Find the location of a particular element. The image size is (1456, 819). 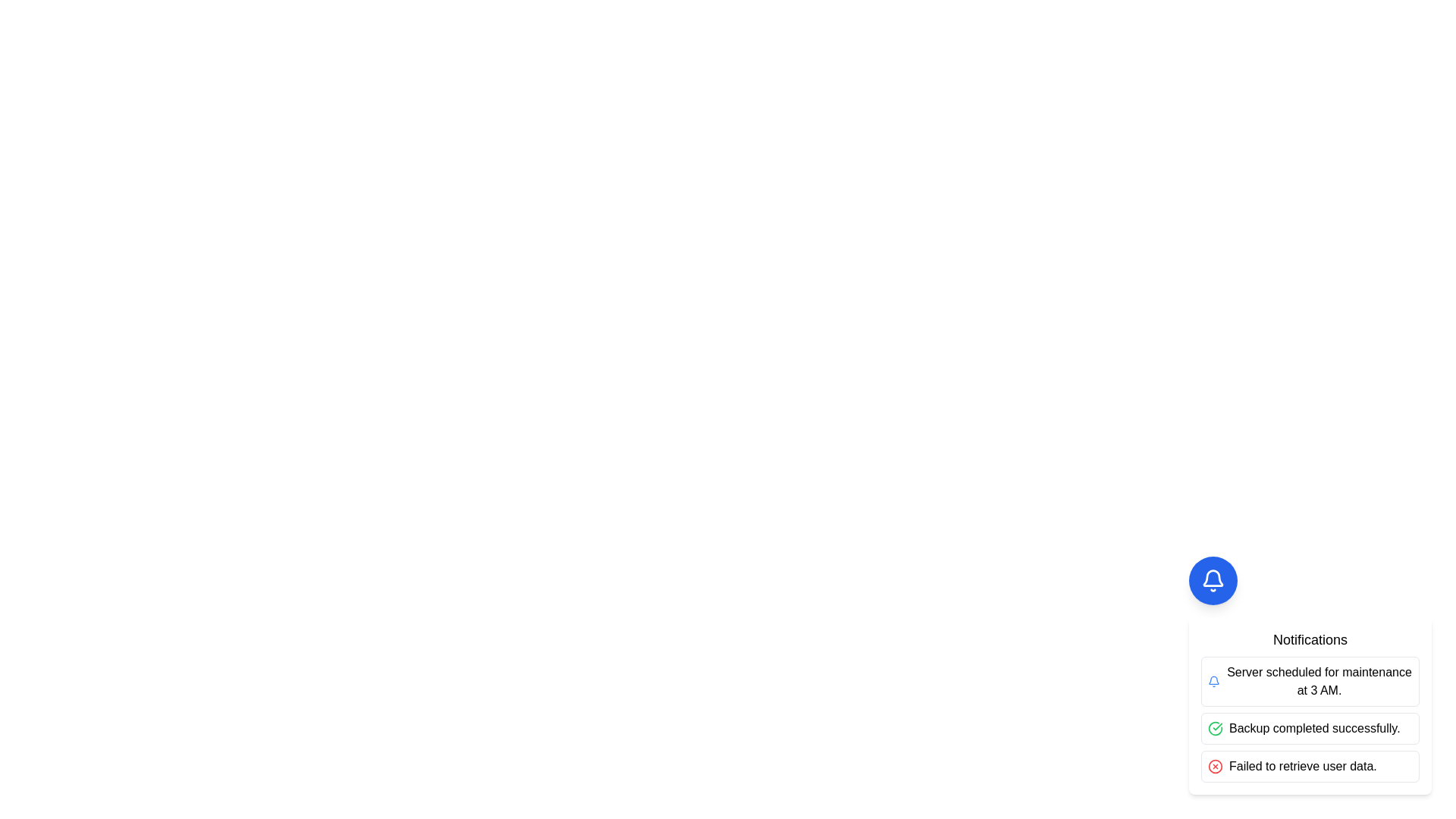

the Notification card indicating an issue with user data retrieval, which is the third item in the vertical list of notifications is located at coordinates (1310, 766).